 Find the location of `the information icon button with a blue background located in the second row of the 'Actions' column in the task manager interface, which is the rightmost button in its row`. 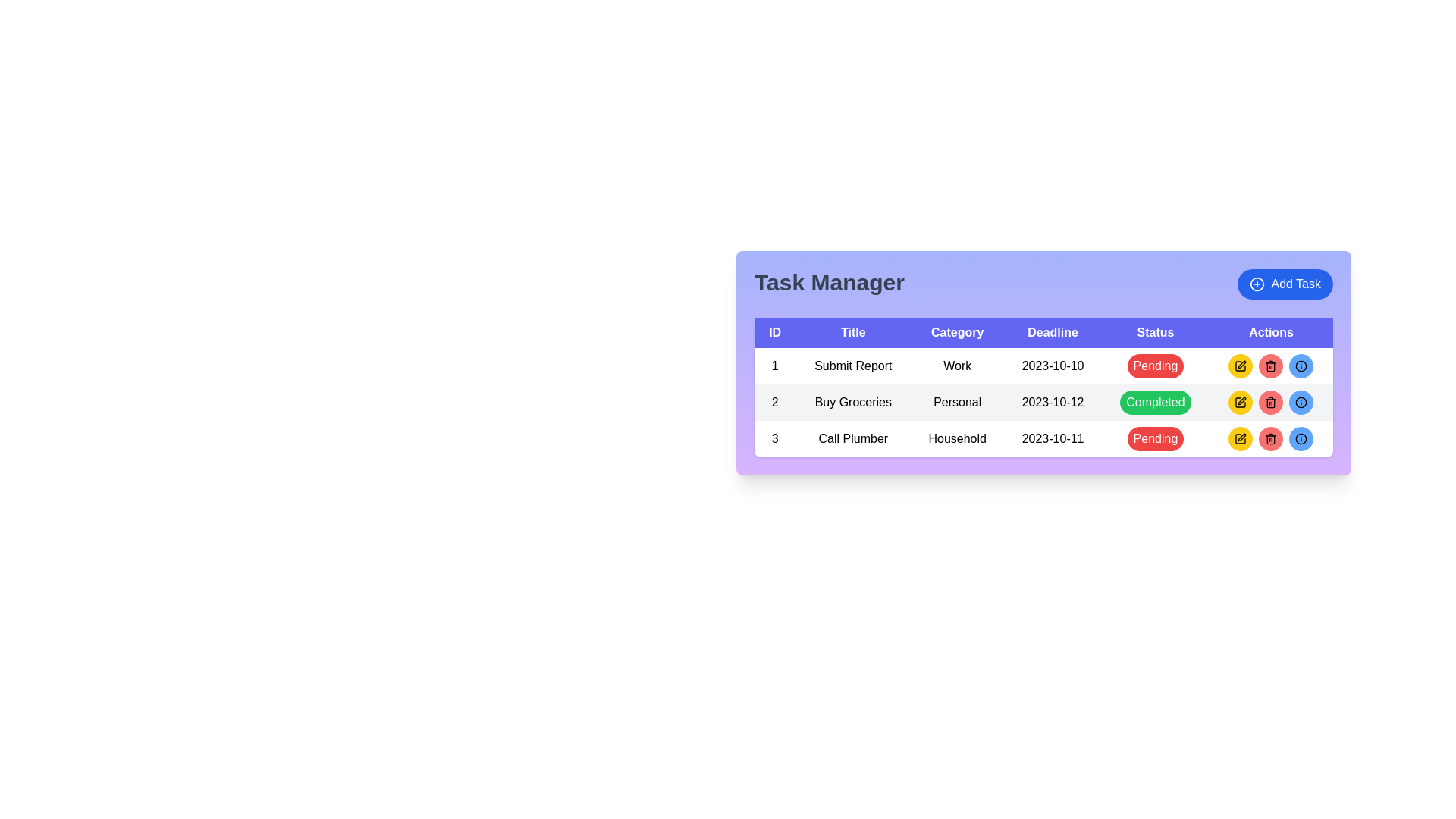

the information icon button with a blue background located in the second row of the 'Actions' column in the task manager interface, which is the rightmost button in its row is located at coordinates (1301, 402).